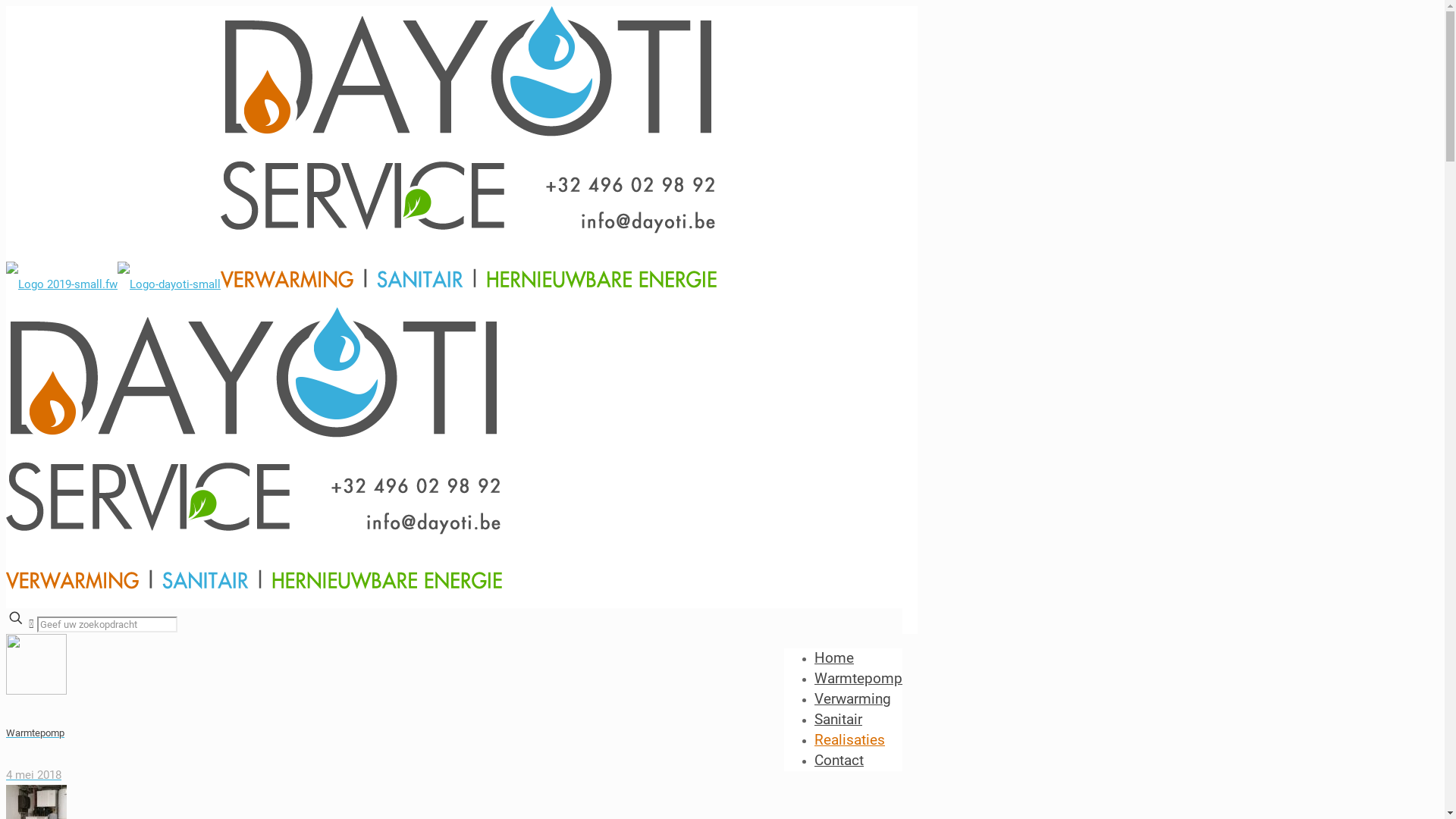 Image resolution: width=1456 pixels, height=819 pixels. I want to click on 'Home', so click(833, 656).